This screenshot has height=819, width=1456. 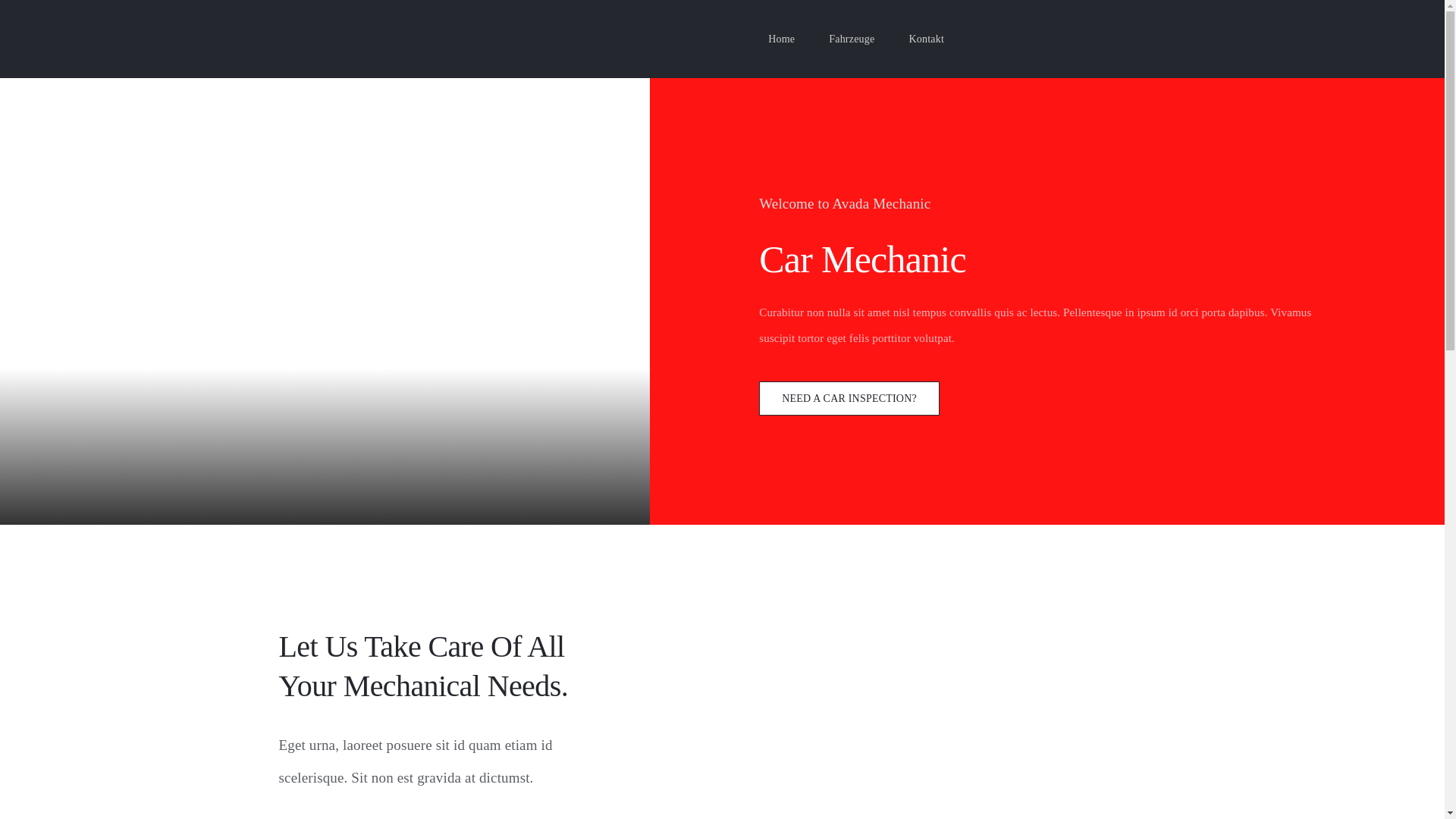 I want to click on 'Fahrzeuge', so click(x=852, y=38).